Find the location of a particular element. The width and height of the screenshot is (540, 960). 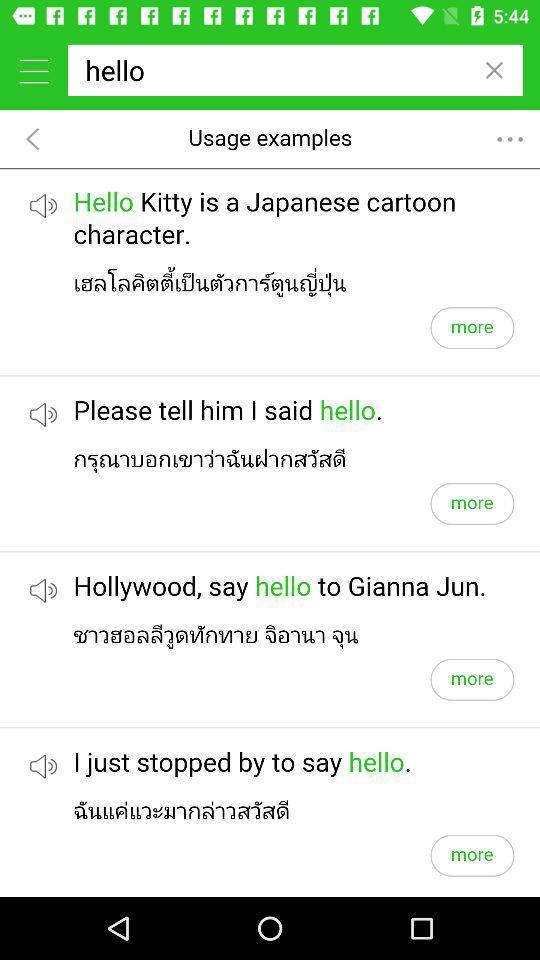

open menu is located at coordinates (33, 70).